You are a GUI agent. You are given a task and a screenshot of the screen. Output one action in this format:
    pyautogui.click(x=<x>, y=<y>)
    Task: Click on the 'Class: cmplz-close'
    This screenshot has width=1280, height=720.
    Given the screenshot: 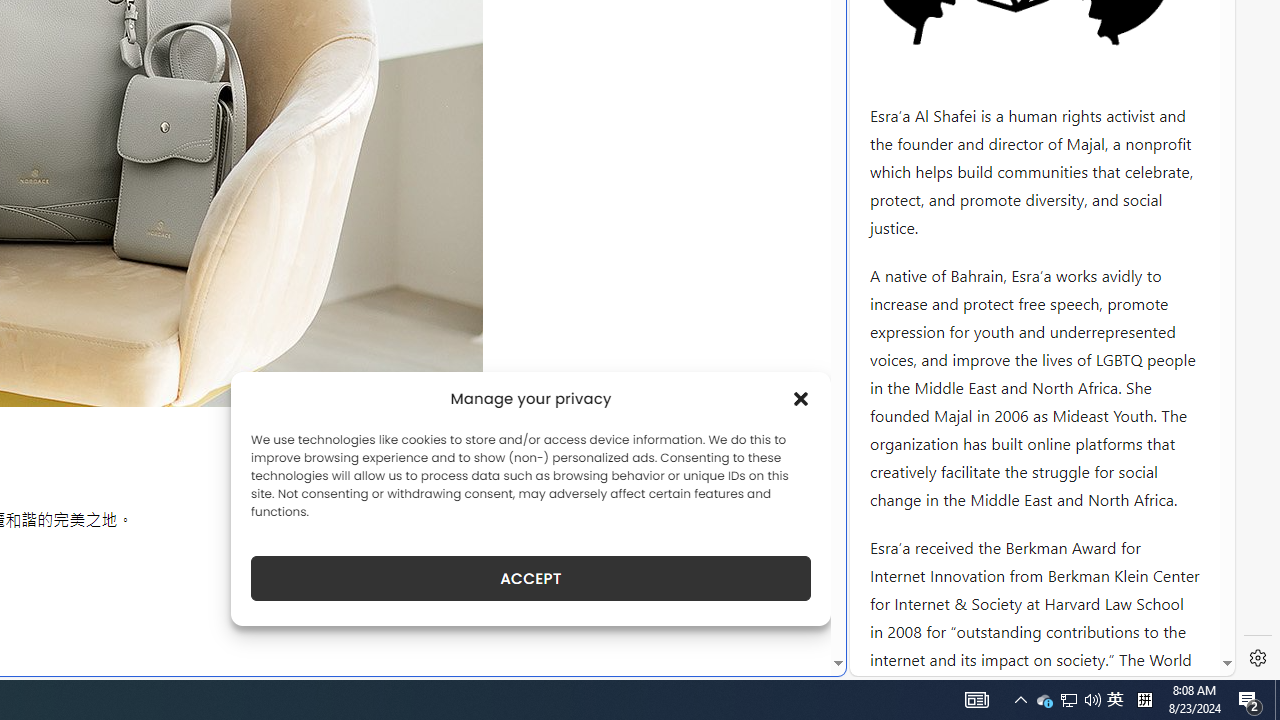 What is the action you would take?
    pyautogui.click(x=801, y=398)
    